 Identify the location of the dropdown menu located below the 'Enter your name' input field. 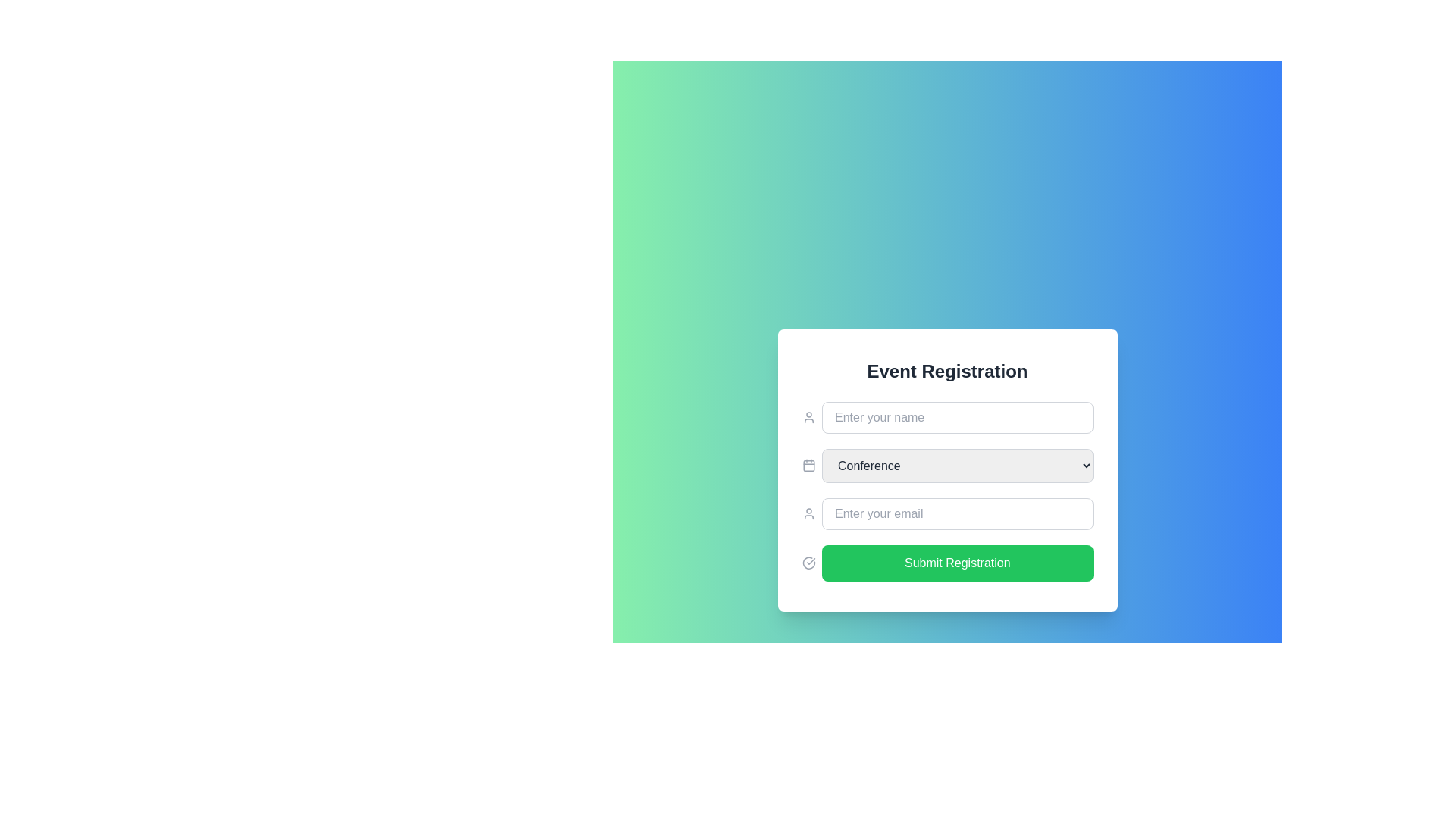
(946, 491).